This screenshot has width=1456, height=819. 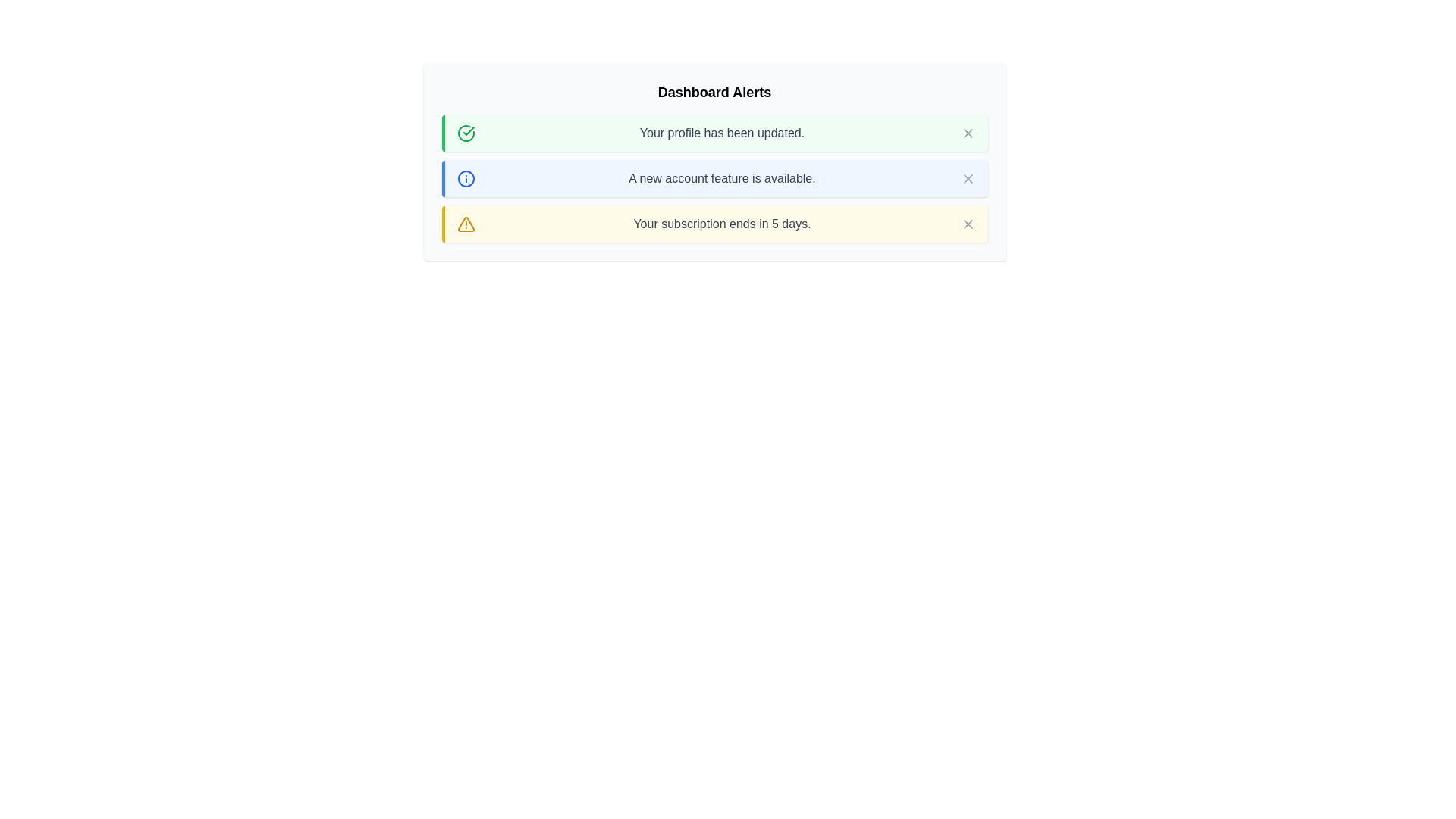 What do you see at coordinates (967, 224) in the screenshot?
I see `the icon button located at the right end of the third notification item in the vertical list of the yellow alert box labeled 'Your subscription ends in 5 days'` at bounding box center [967, 224].